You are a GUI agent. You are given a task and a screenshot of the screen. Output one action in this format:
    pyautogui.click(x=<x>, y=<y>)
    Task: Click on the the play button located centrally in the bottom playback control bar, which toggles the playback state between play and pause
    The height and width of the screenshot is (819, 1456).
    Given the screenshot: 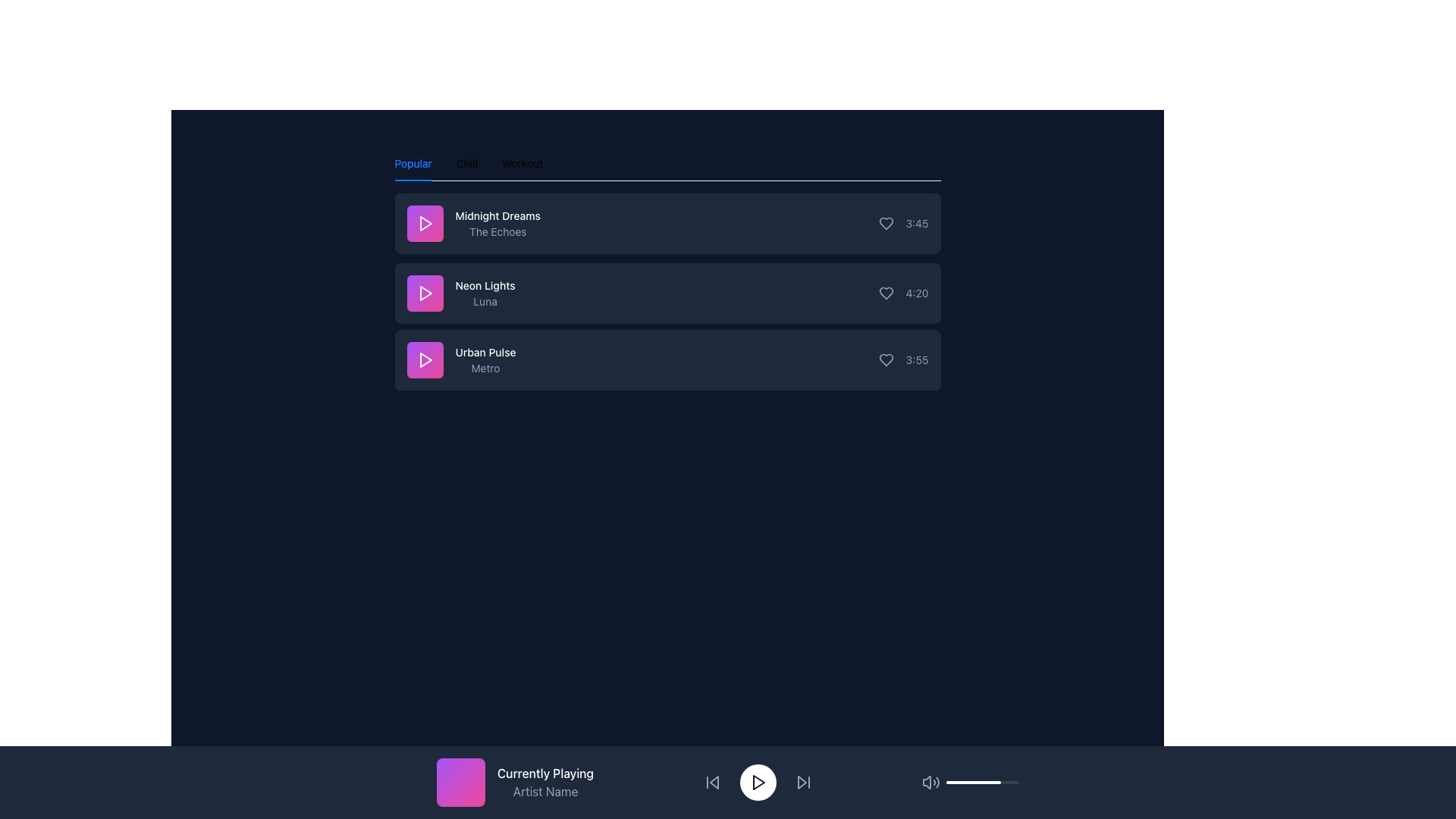 What is the action you would take?
    pyautogui.click(x=758, y=783)
    